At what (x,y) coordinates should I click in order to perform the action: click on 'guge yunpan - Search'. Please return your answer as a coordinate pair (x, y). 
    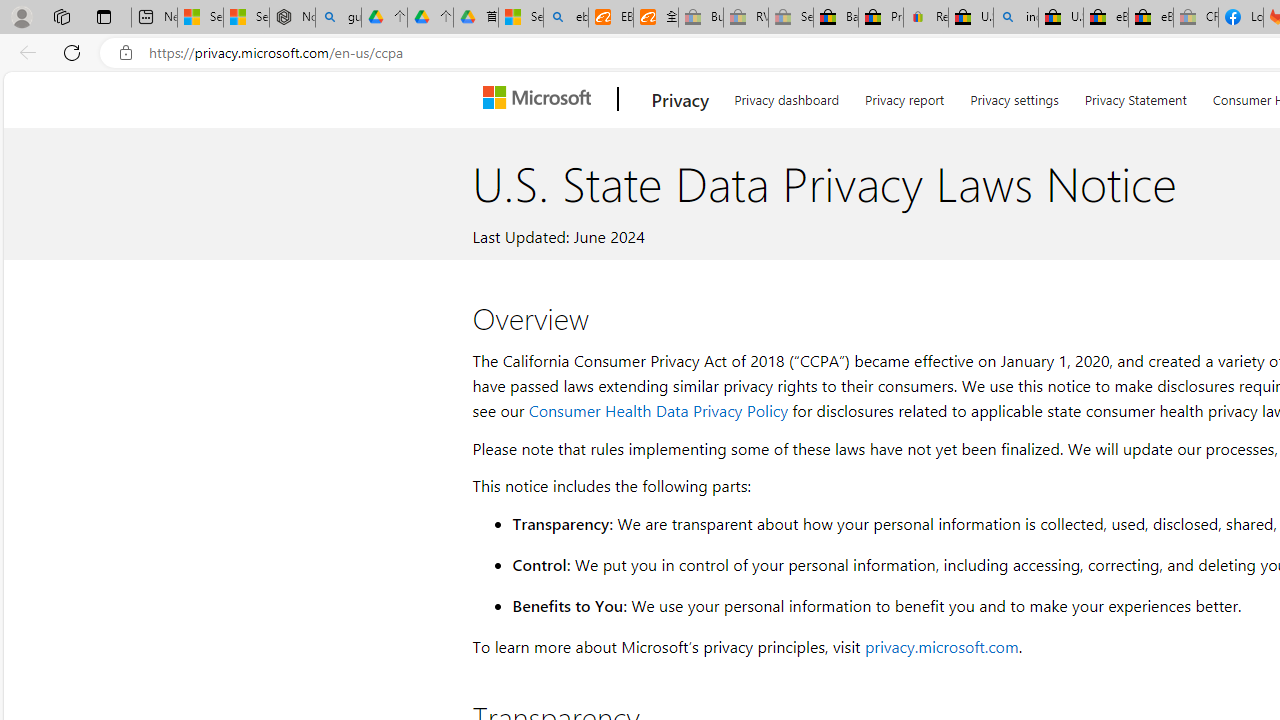
    Looking at the image, I should click on (338, 17).